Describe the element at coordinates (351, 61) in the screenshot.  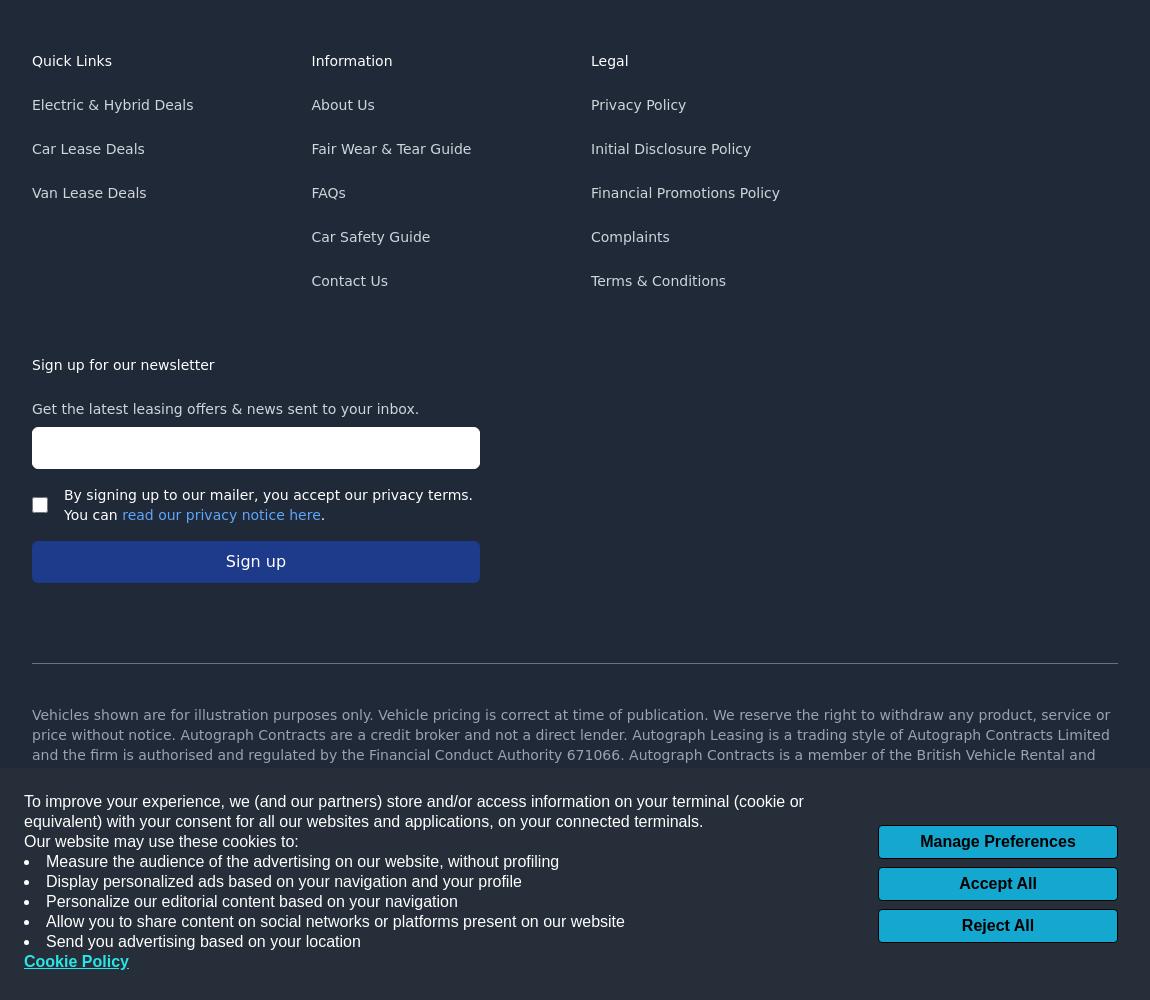
I see `'Information'` at that location.